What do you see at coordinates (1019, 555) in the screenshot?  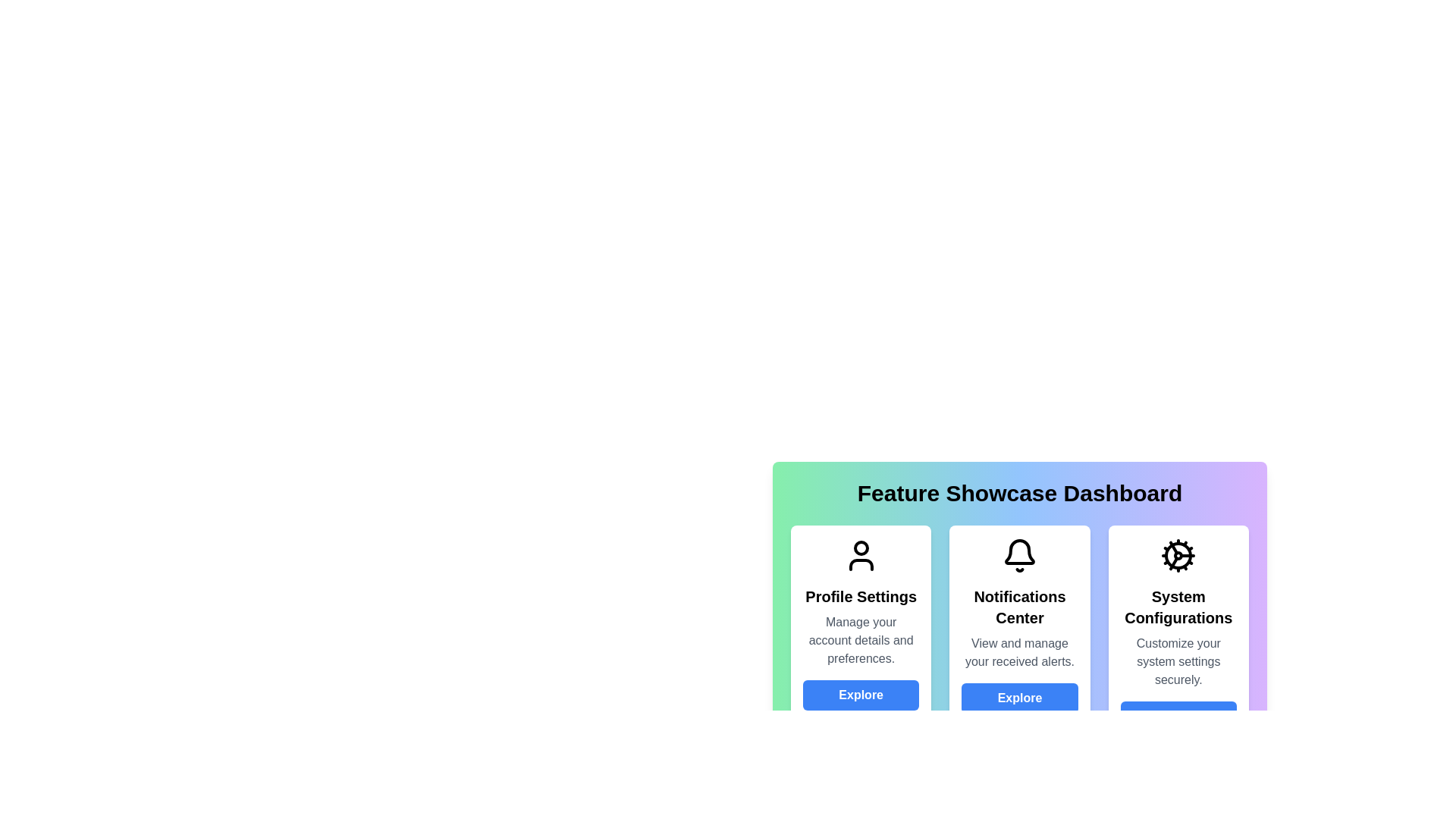 I see `the bell icon representing notifications located in the Notifications Center card at the top center, above the text 'Notifications Center'` at bounding box center [1019, 555].